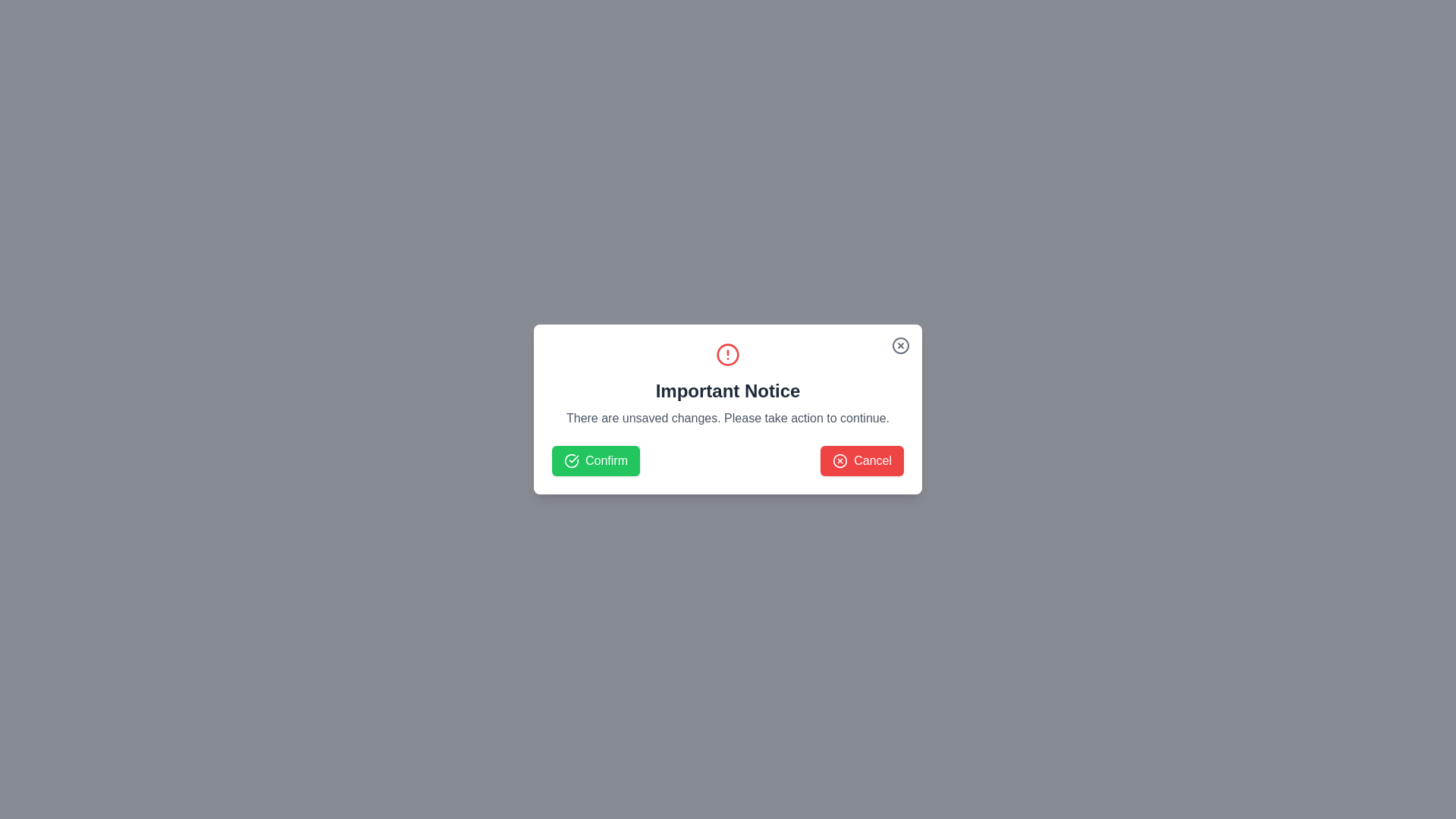  I want to click on the decorative SVG circle element that serves as the border for the close ('X') icon in the top-right corner of the modal window, so click(901, 345).